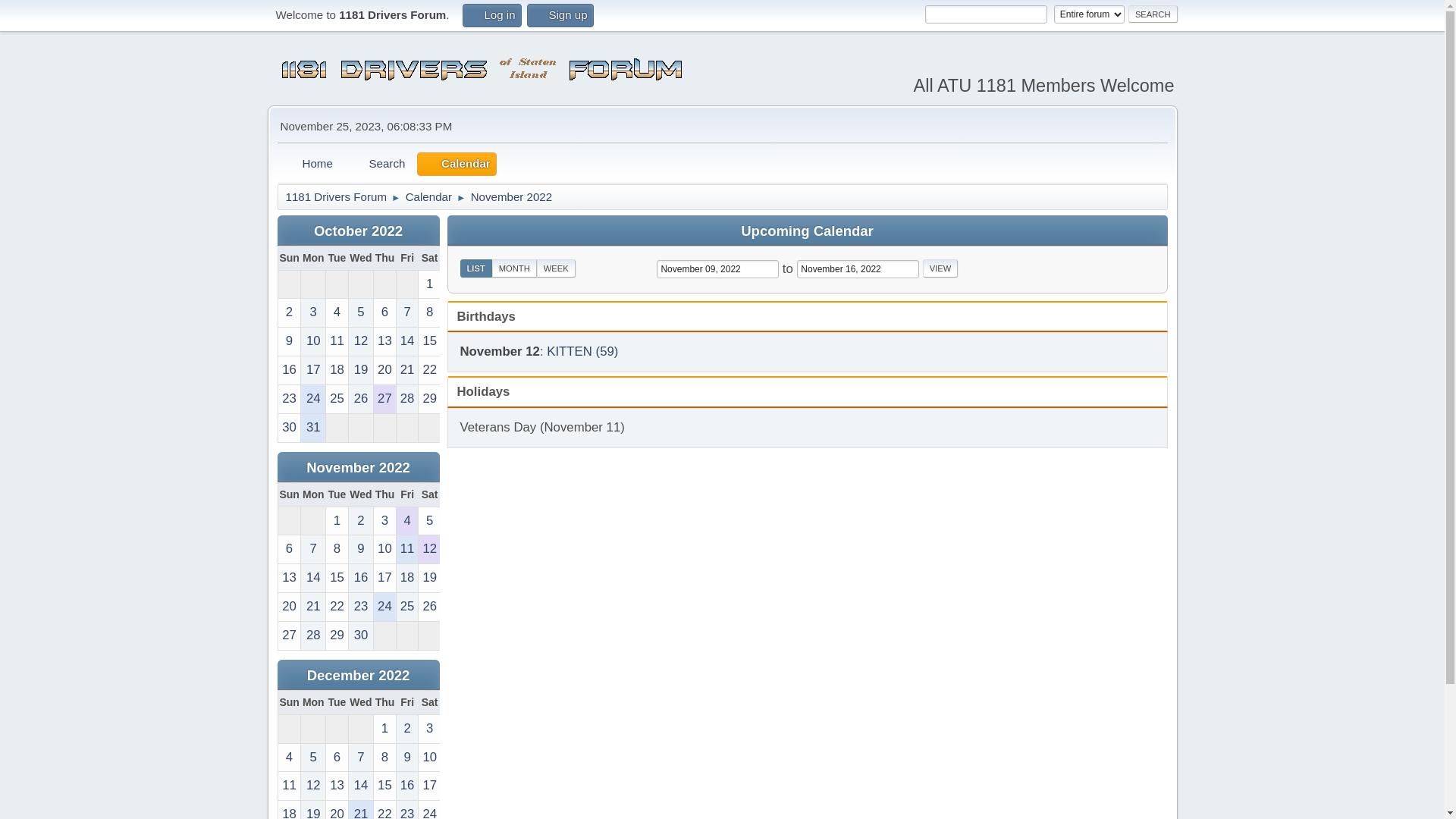 The height and width of the screenshot is (819, 1456). What do you see at coordinates (336, 398) in the screenshot?
I see `'25'` at bounding box center [336, 398].